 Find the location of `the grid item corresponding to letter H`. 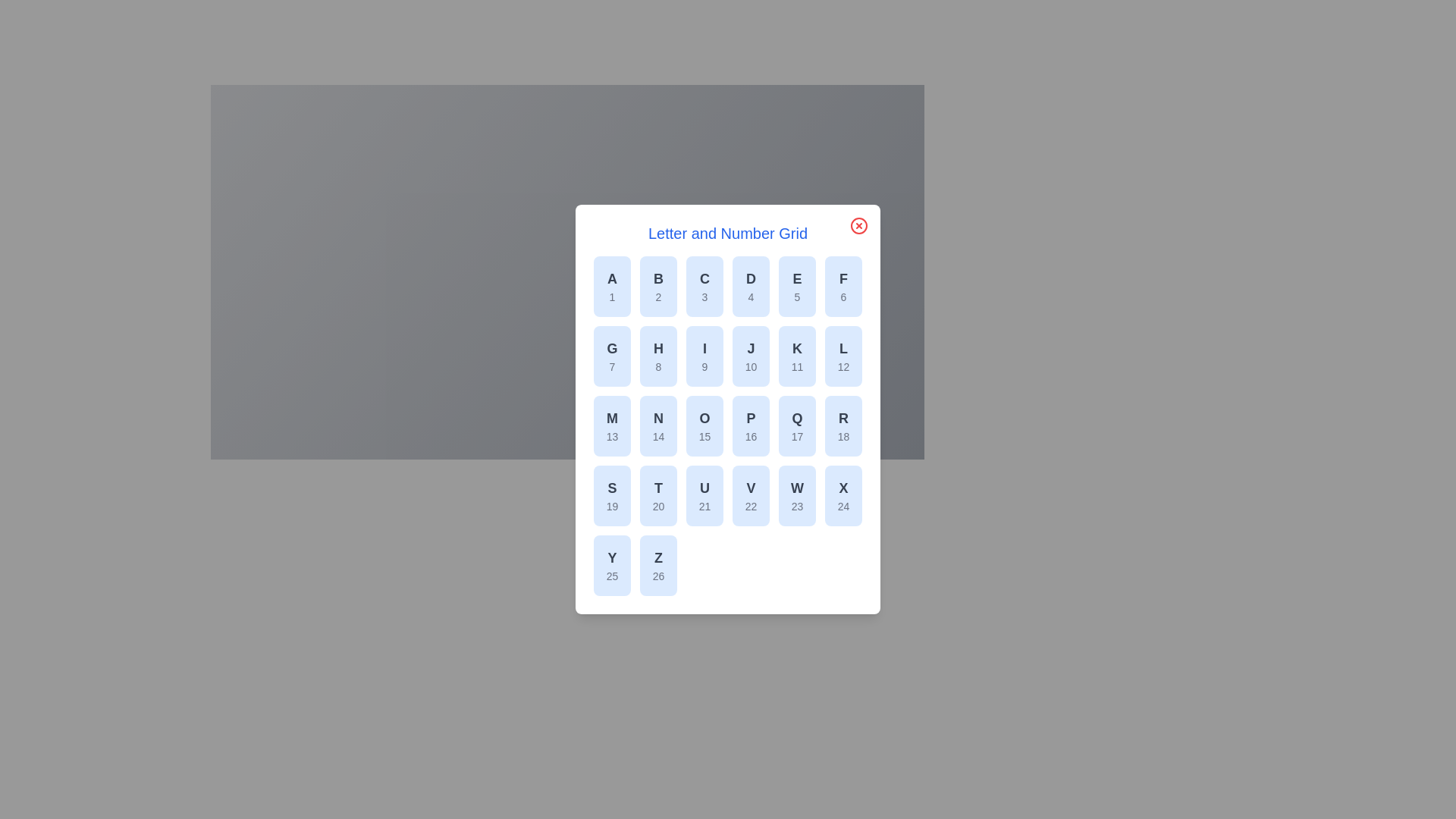

the grid item corresponding to letter H is located at coordinates (658, 356).